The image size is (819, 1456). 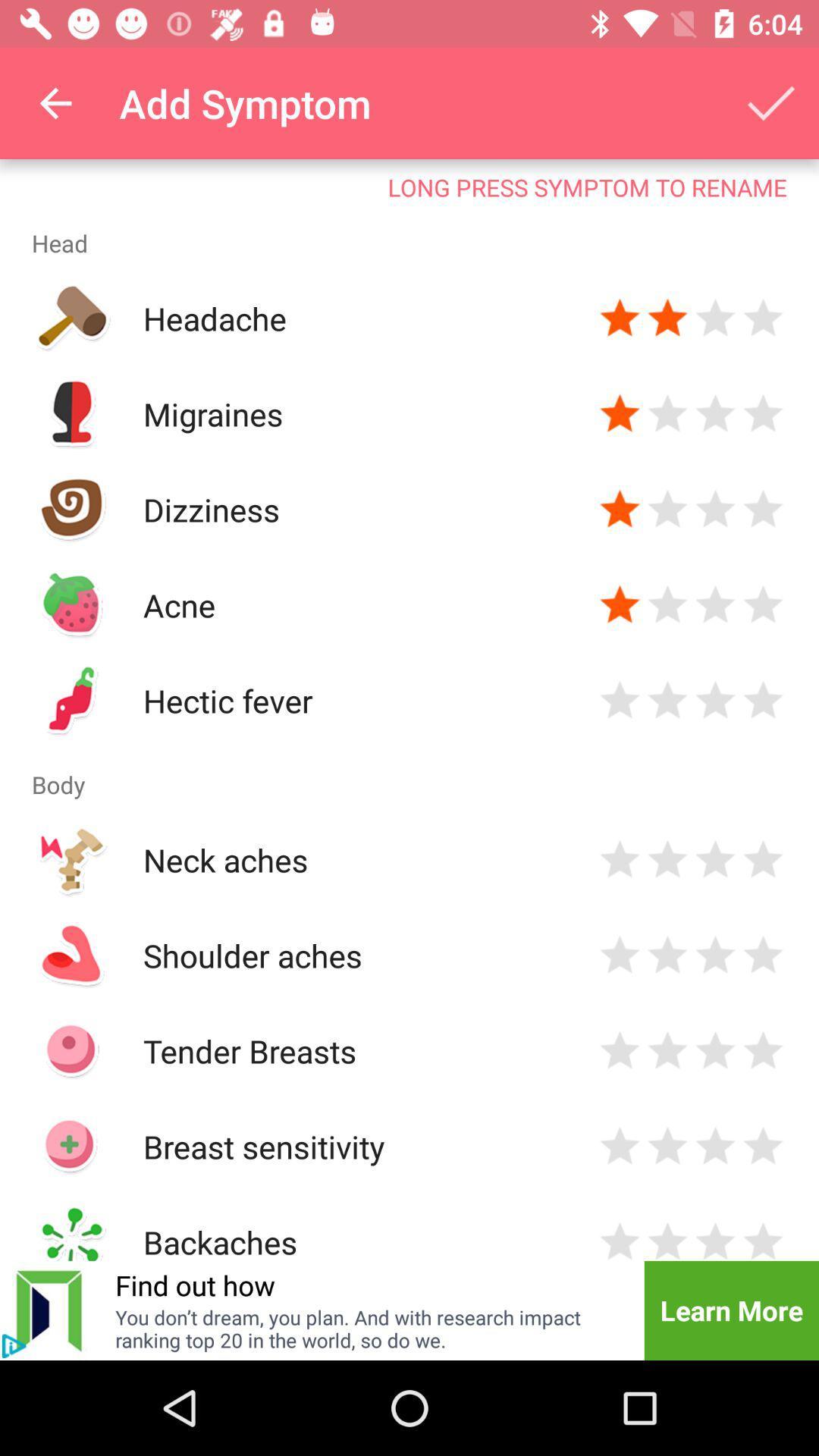 I want to click on option to rate one star, so click(x=620, y=1147).